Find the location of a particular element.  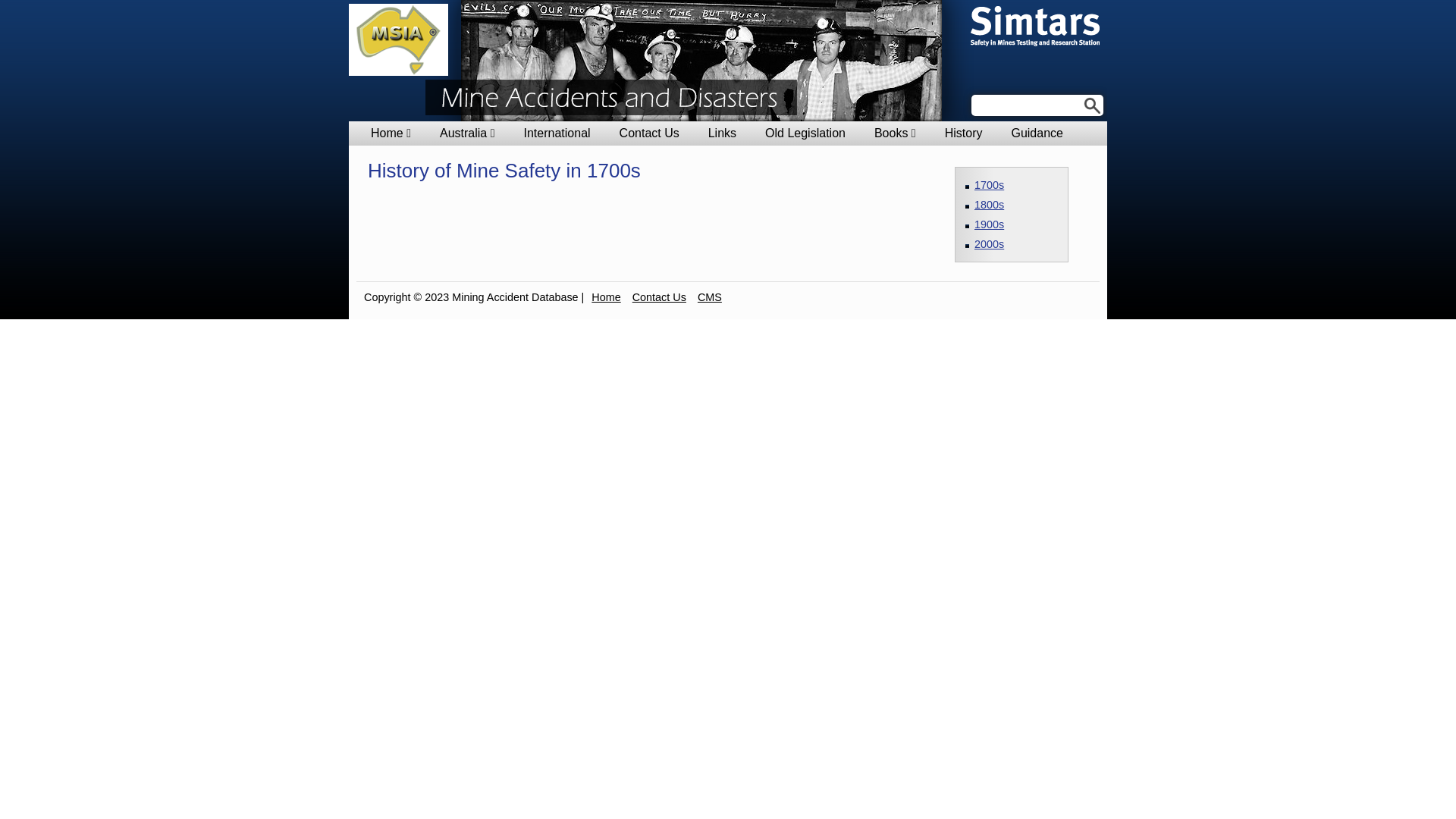

'Guidance' is located at coordinates (1036, 133).